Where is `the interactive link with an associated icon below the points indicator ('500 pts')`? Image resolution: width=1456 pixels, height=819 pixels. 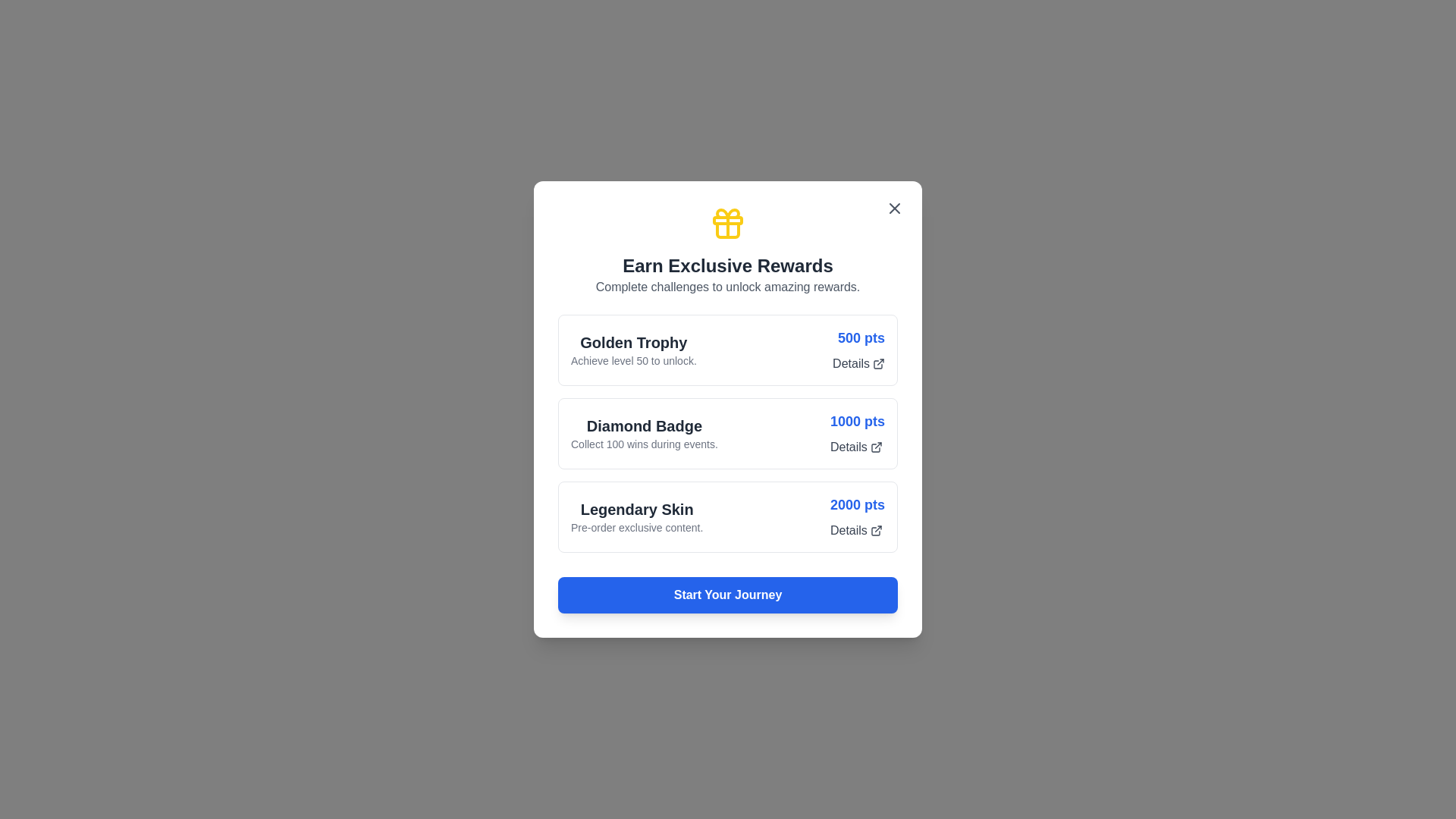
the interactive link with an associated icon below the points indicator ('500 pts') is located at coordinates (858, 363).